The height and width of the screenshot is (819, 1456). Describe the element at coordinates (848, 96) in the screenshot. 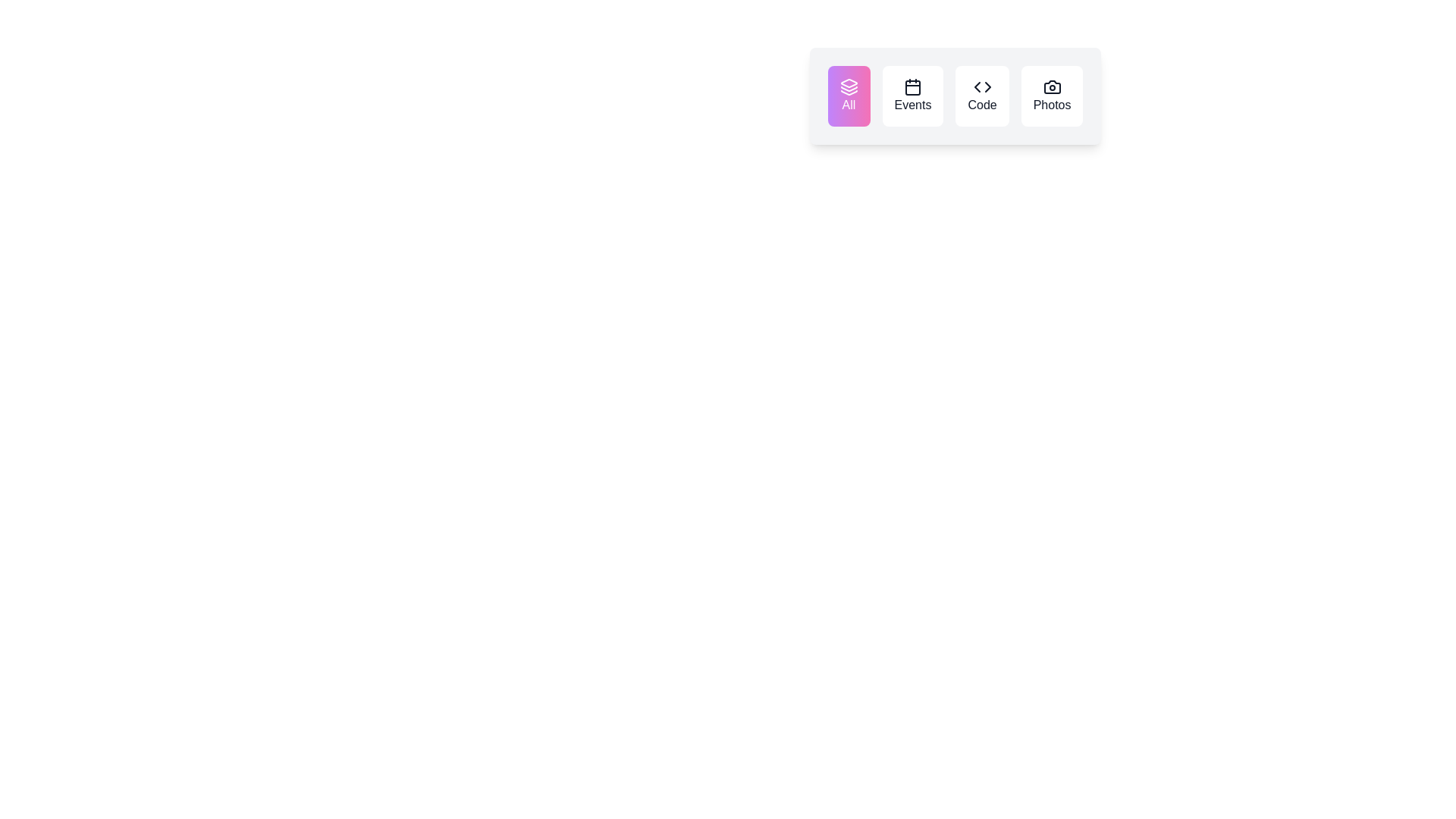

I see `the leftmost button in the horizontal group of buttons for keyboard navigation` at that location.